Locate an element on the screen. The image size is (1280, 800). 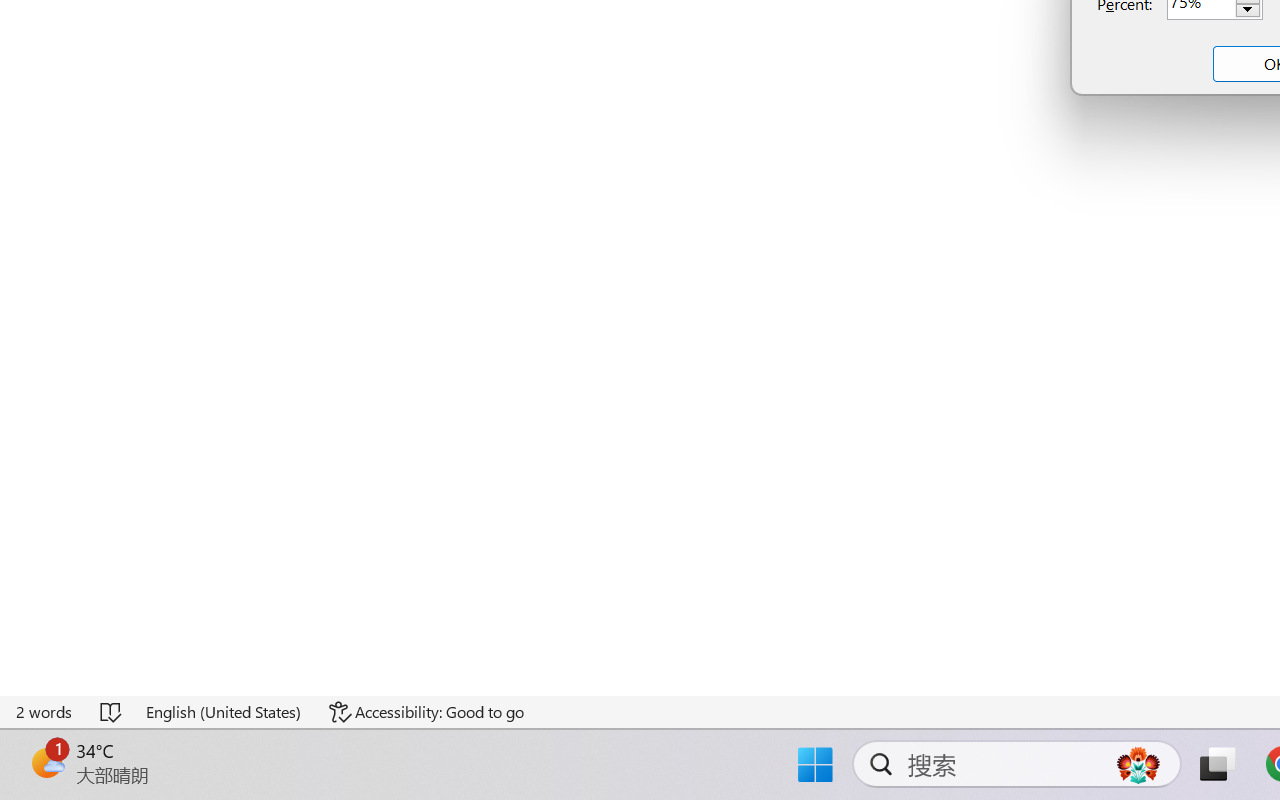
'Language English (United States)' is located at coordinates (224, 711).